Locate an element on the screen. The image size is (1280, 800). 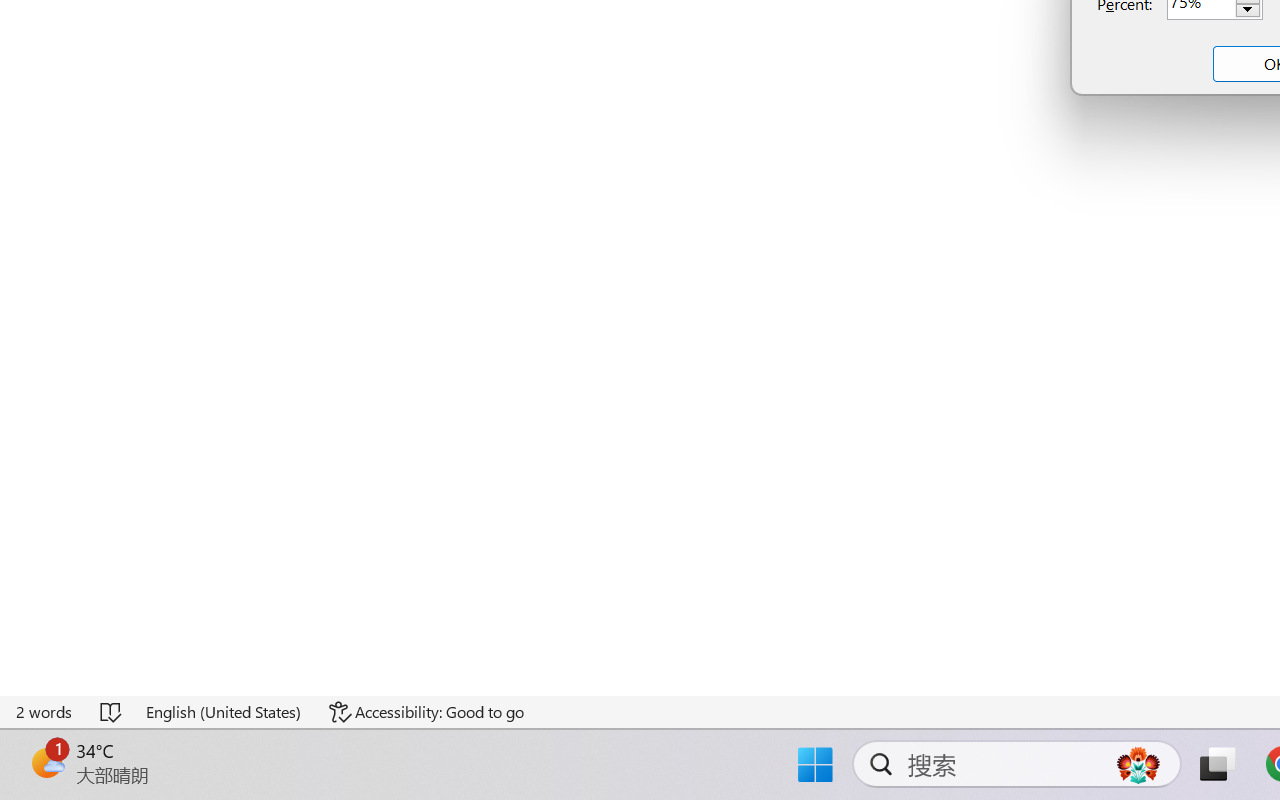
'Language English (United States)' is located at coordinates (224, 711).